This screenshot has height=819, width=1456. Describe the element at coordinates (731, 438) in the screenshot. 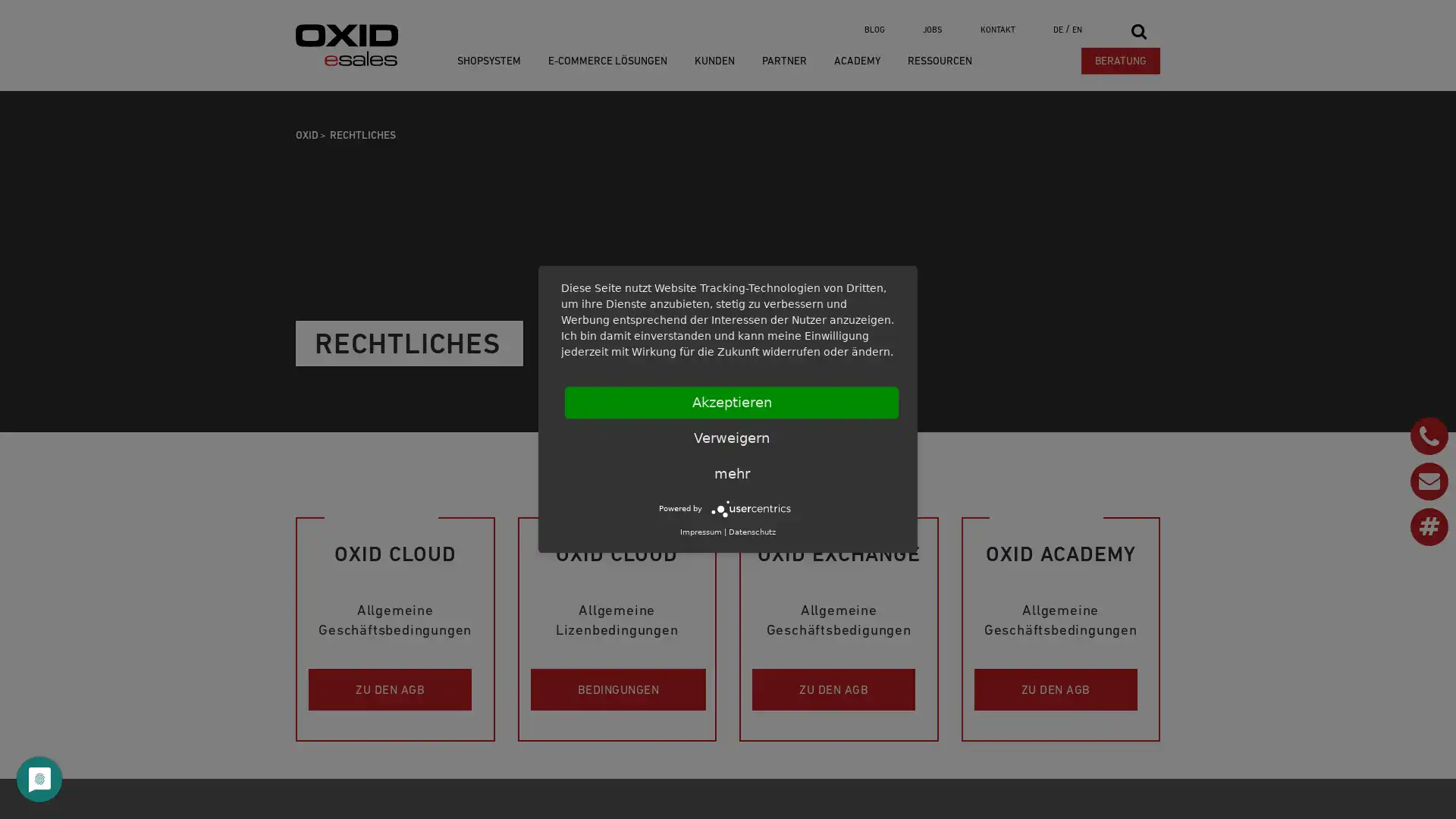

I see `Verweigern` at that location.